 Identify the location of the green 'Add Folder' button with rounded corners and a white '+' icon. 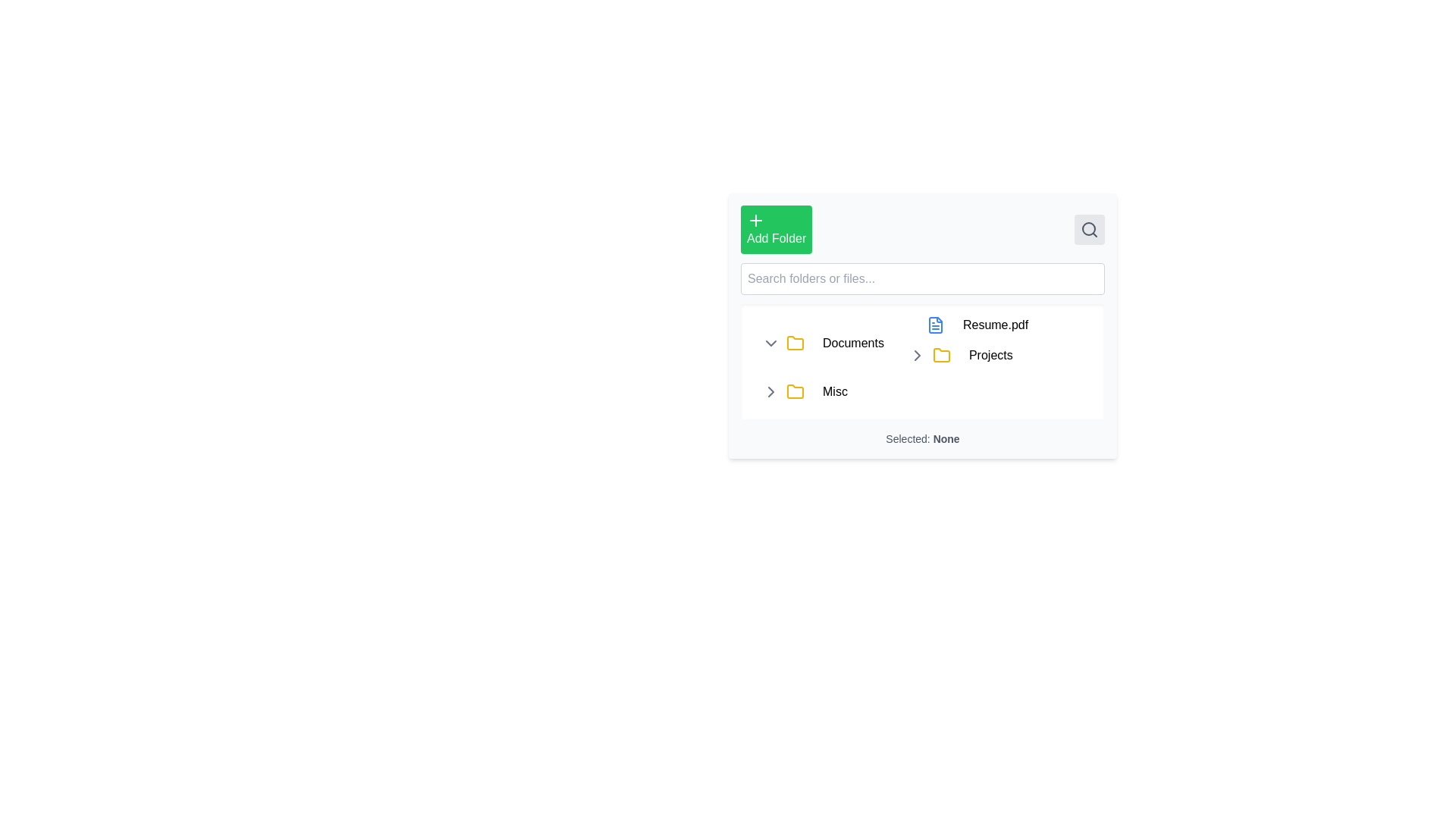
(776, 230).